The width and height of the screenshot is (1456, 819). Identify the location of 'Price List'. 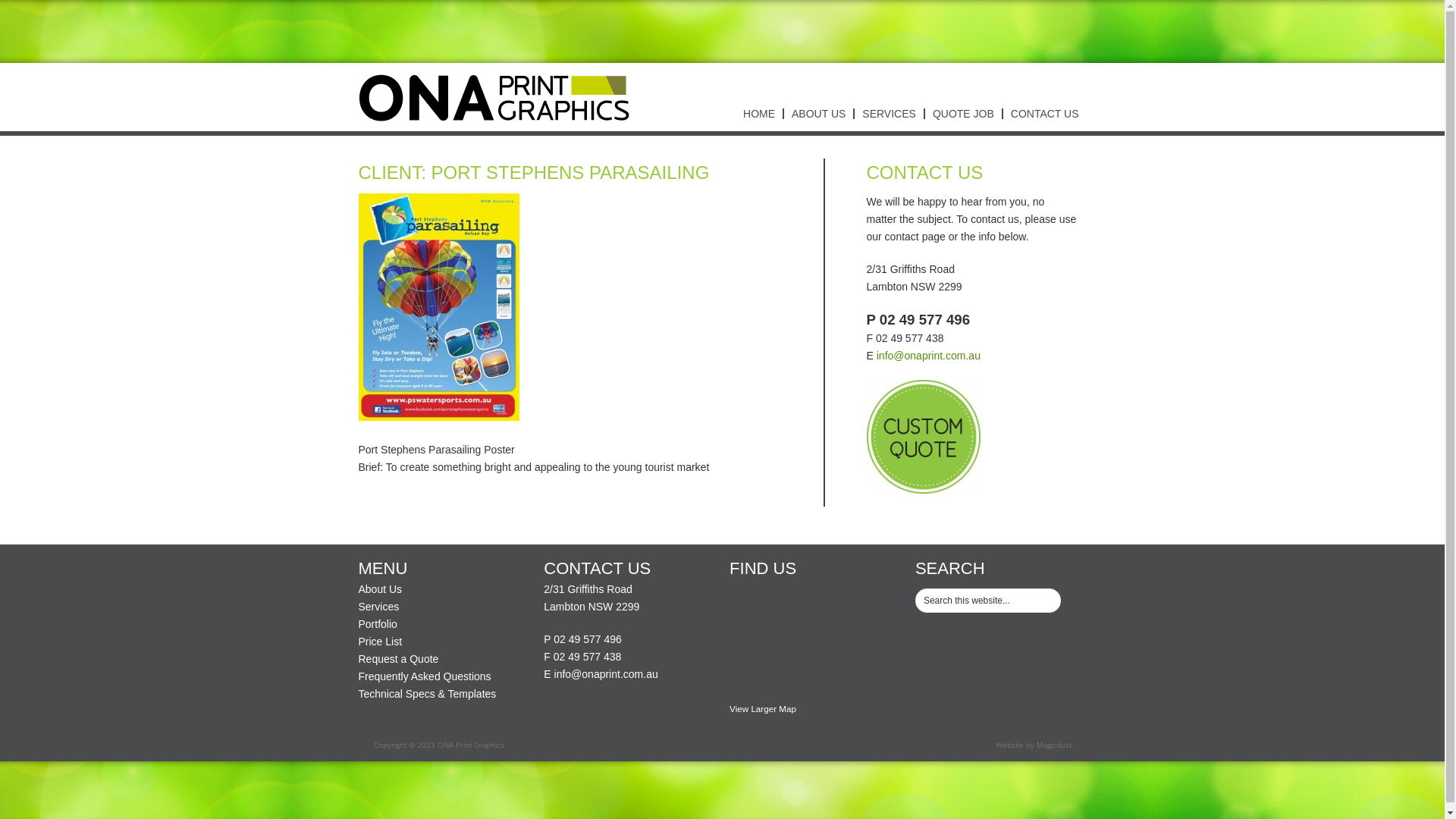
(356, 641).